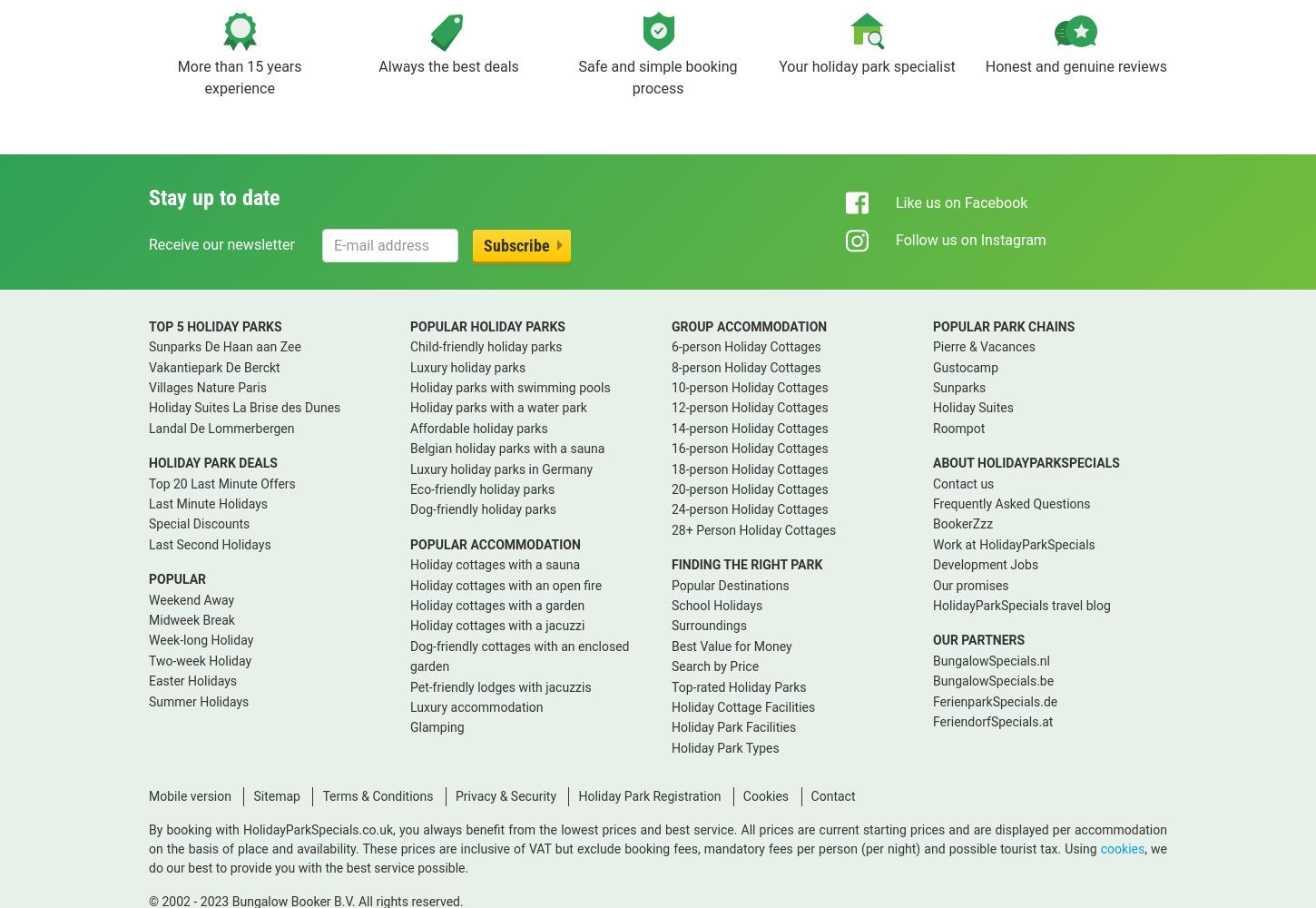  What do you see at coordinates (708, 625) in the screenshot?
I see `'Surroundings'` at bounding box center [708, 625].